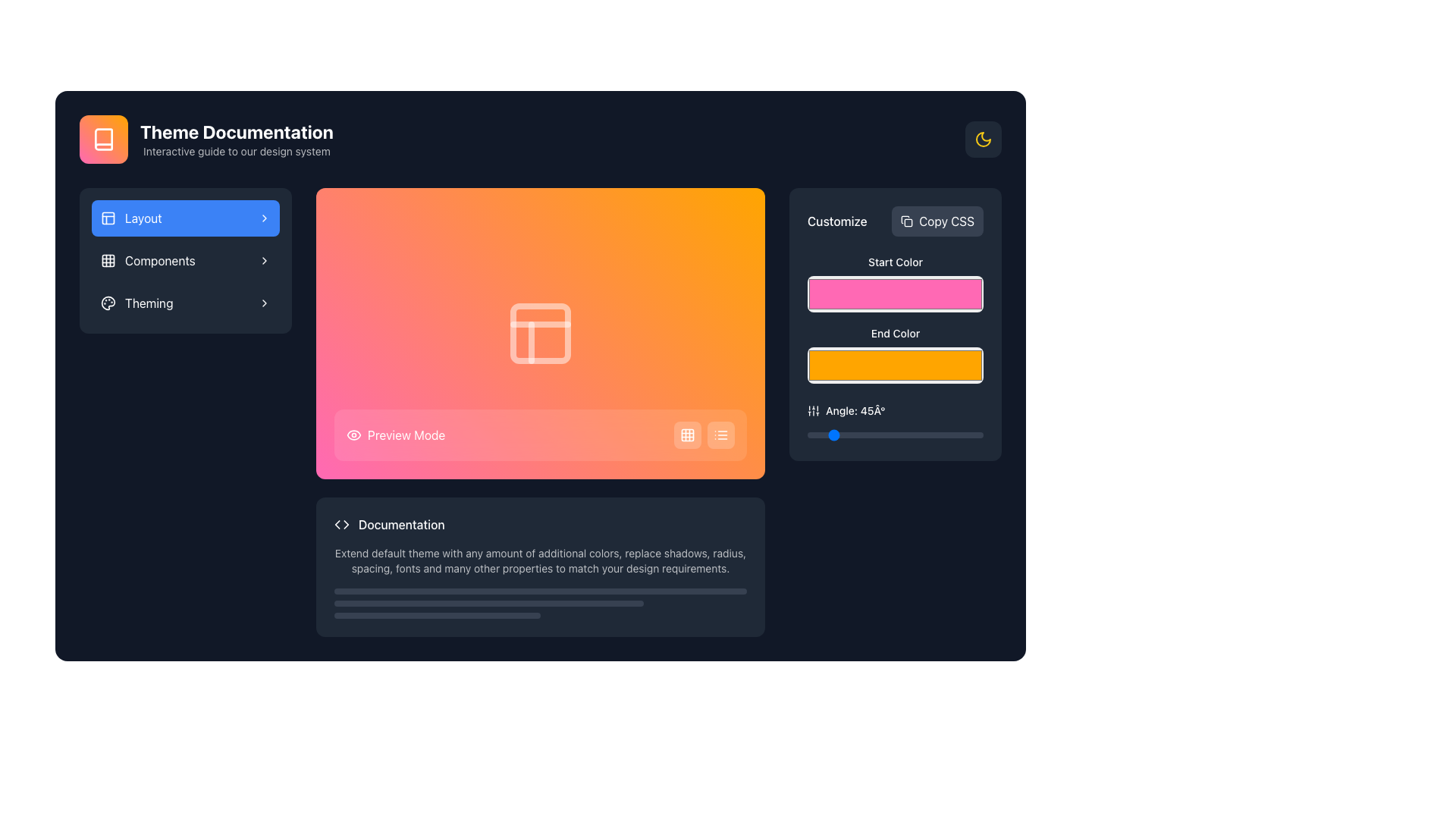  I want to click on the 'Layout' button located in the left-side panel, so click(184, 218).